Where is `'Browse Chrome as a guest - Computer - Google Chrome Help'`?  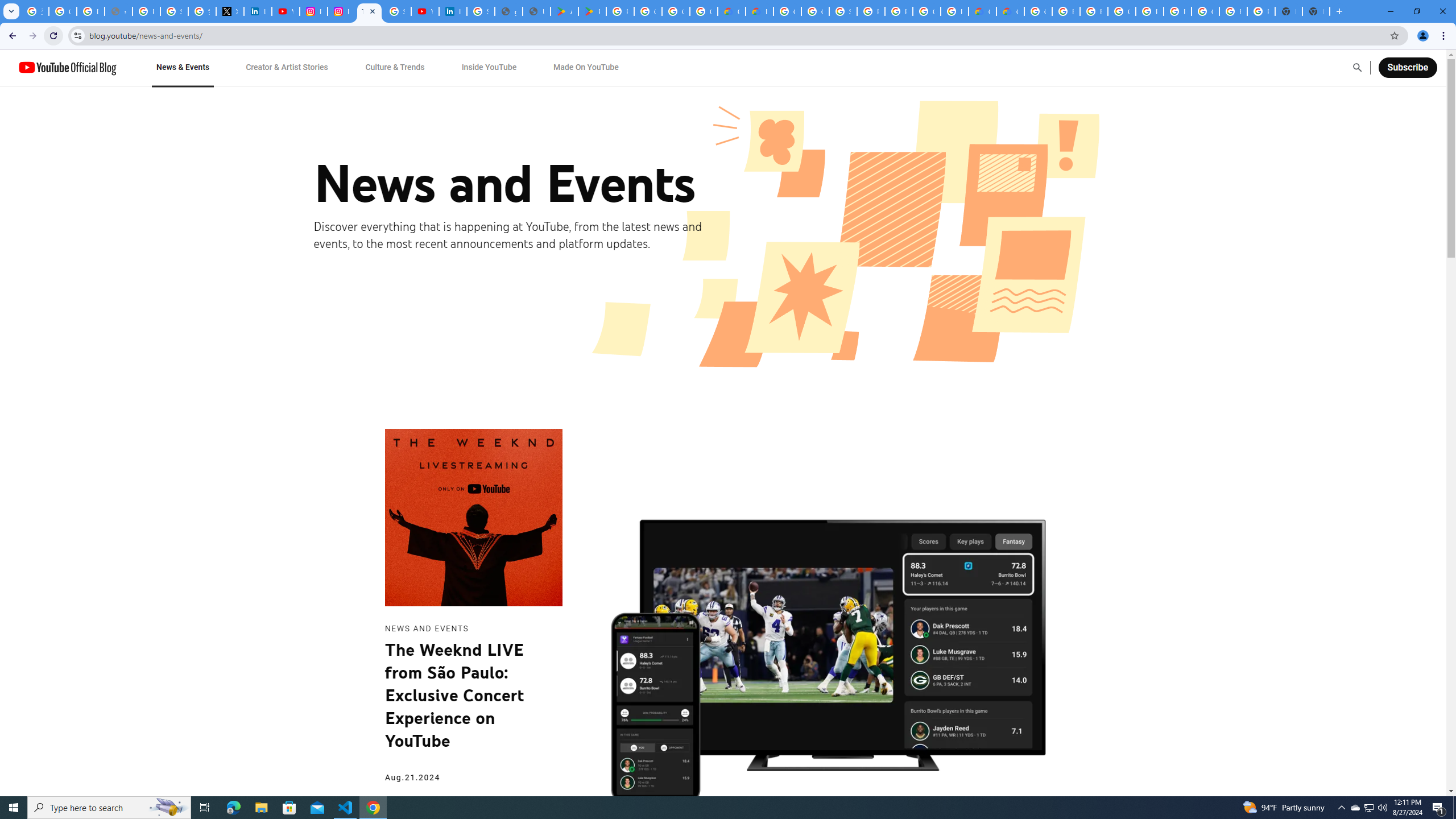
'Browse Chrome as a guest - Computer - Google Chrome Help' is located at coordinates (1065, 11).